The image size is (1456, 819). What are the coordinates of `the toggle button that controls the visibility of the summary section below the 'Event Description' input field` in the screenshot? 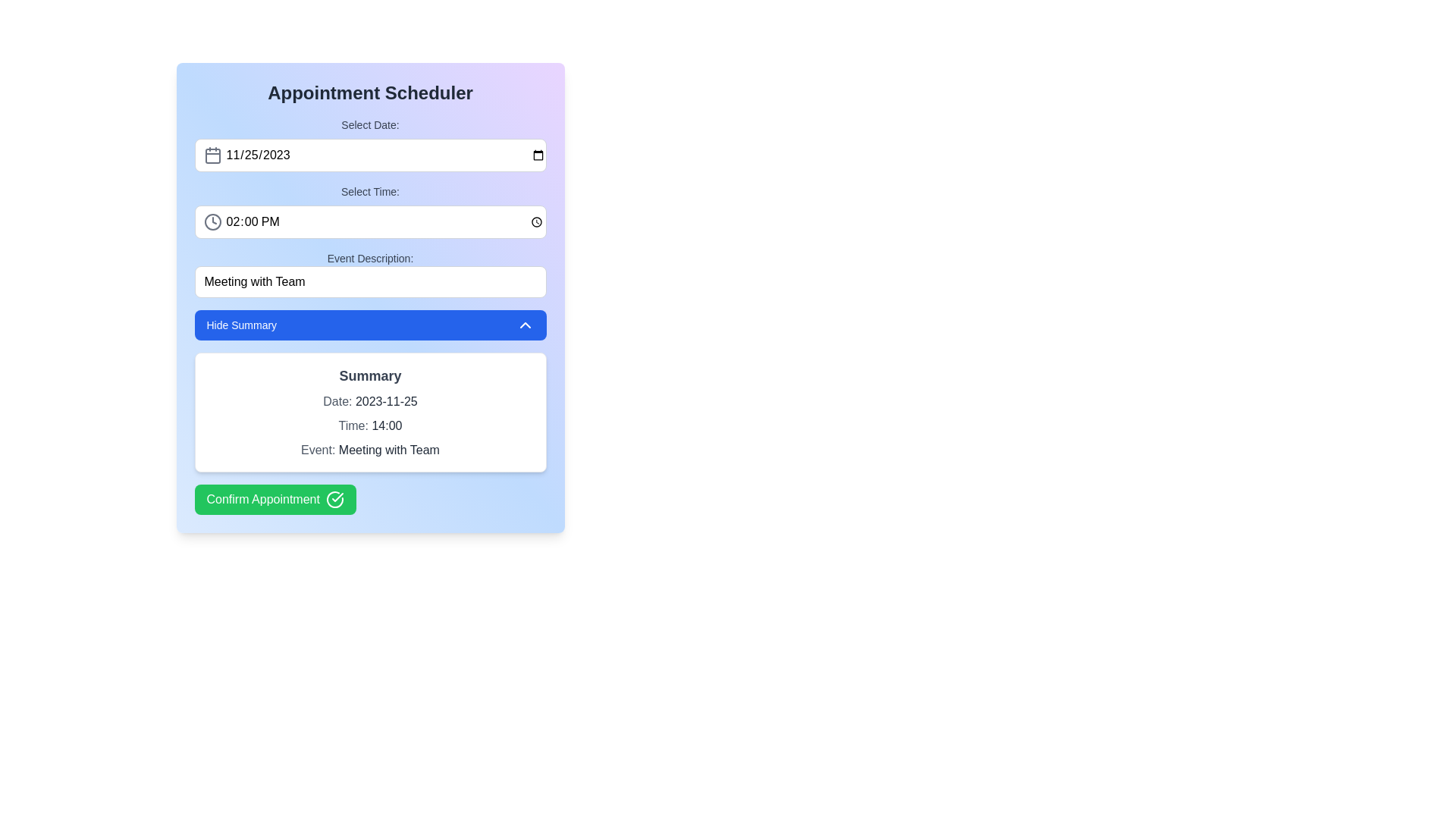 It's located at (370, 324).